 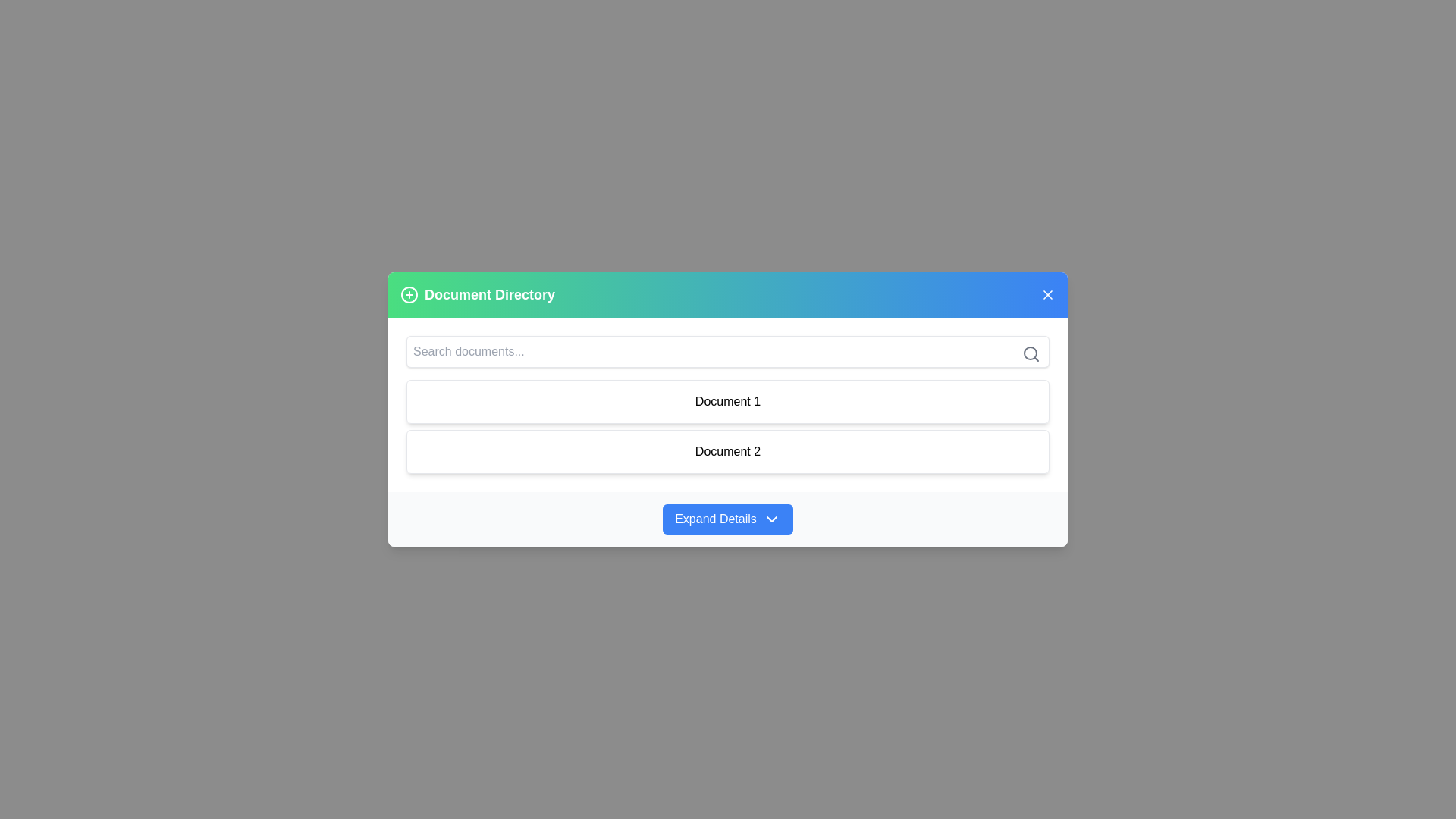 What do you see at coordinates (728, 450) in the screenshot?
I see `the document Document 2 from the list` at bounding box center [728, 450].